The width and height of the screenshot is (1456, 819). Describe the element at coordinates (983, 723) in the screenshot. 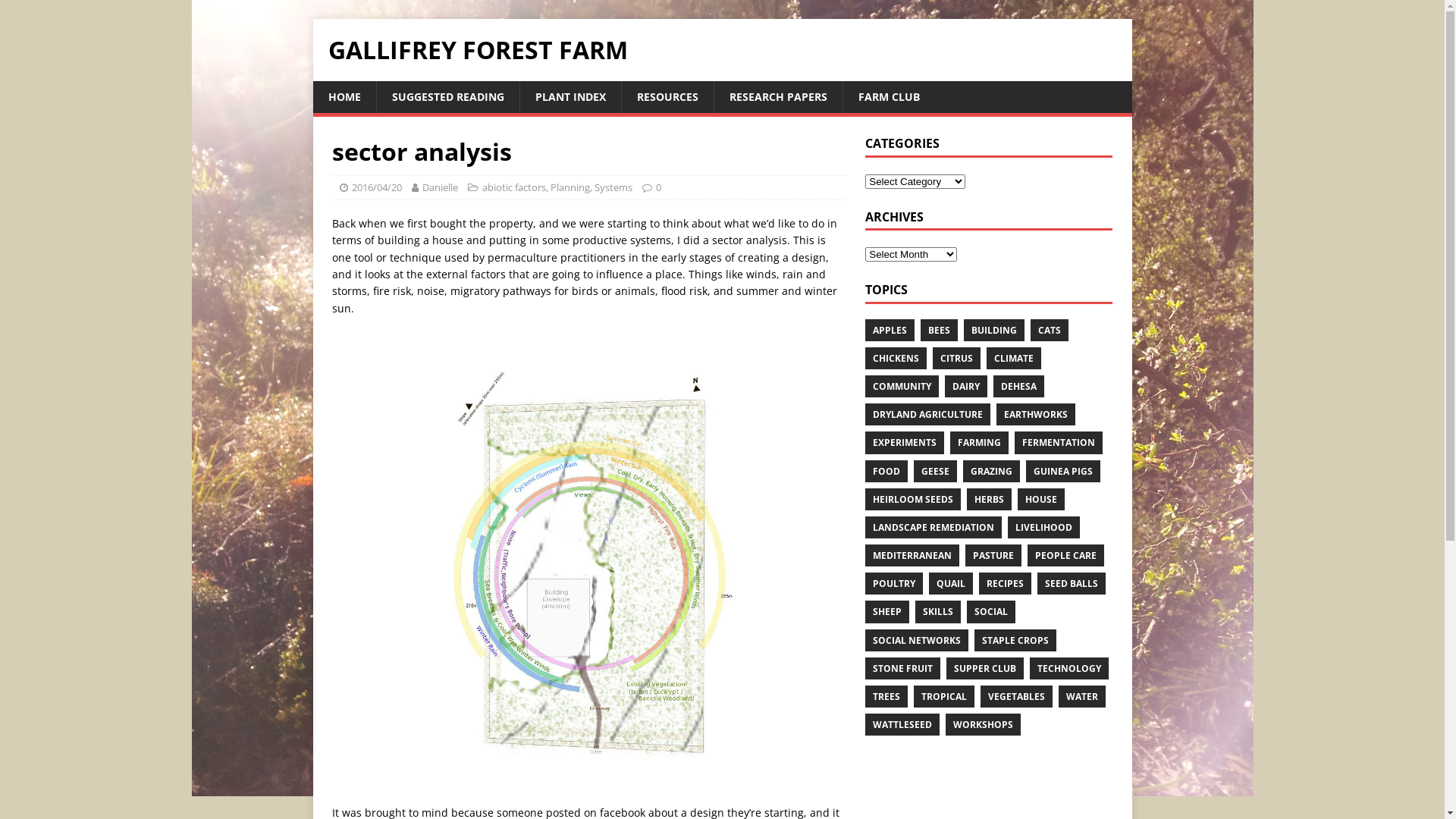

I see `'WORKSHOPS'` at that location.